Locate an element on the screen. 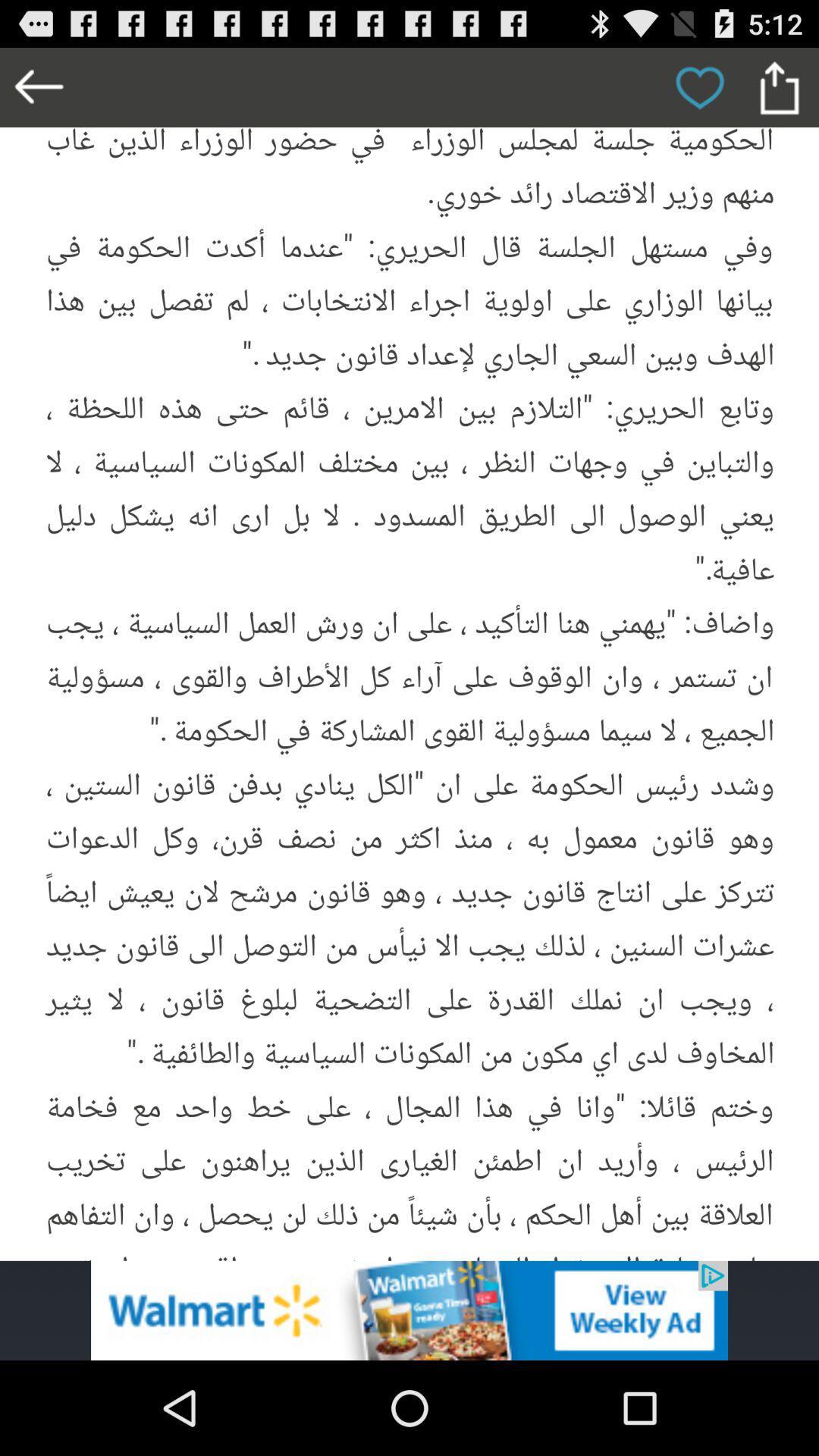 The height and width of the screenshot is (1456, 819). the advertisement is located at coordinates (409, 1310).